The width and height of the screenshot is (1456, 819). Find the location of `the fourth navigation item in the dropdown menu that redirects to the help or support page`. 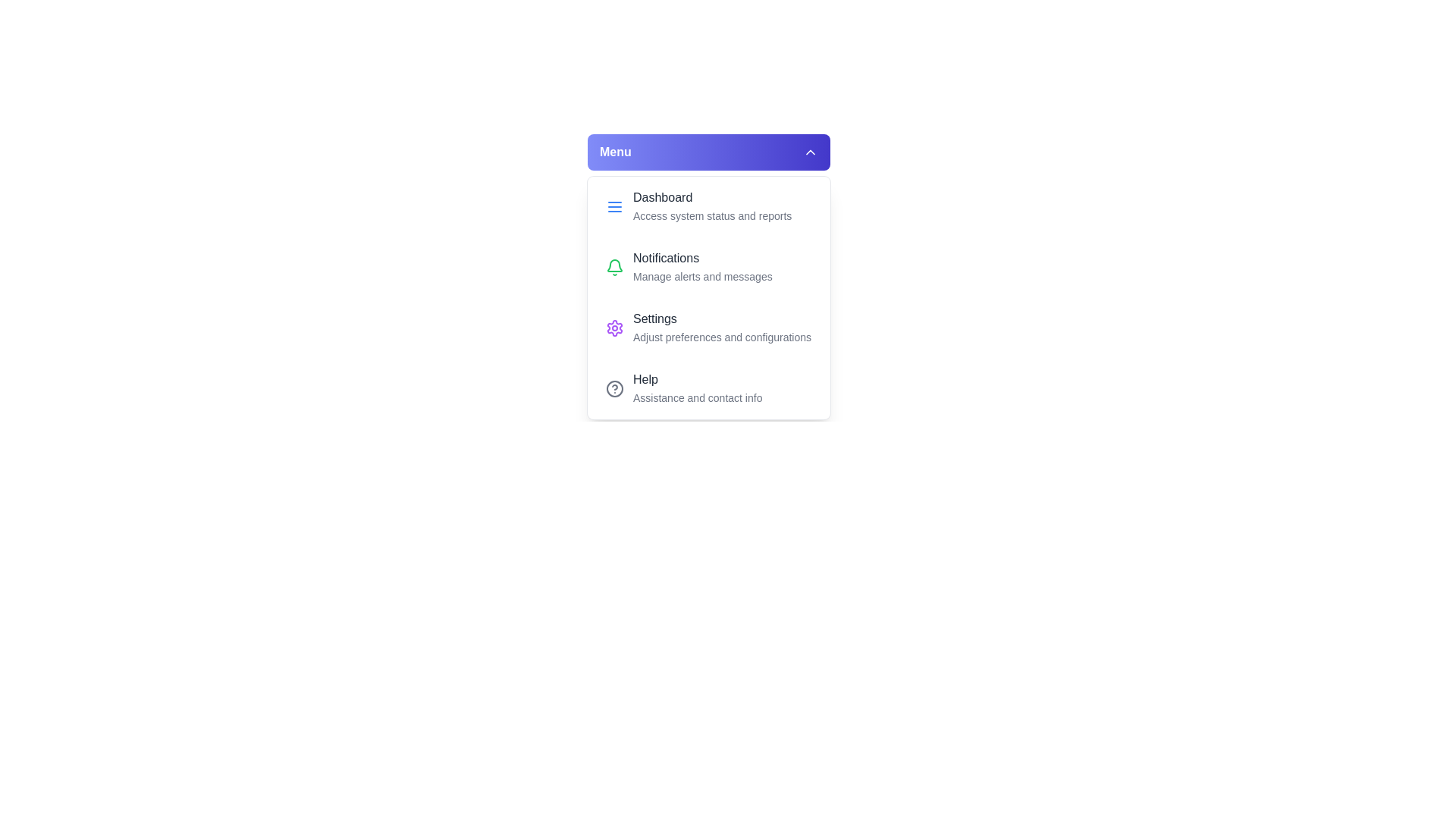

the fourth navigation item in the dropdown menu that redirects to the help or support page is located at coordinates (708, 388).